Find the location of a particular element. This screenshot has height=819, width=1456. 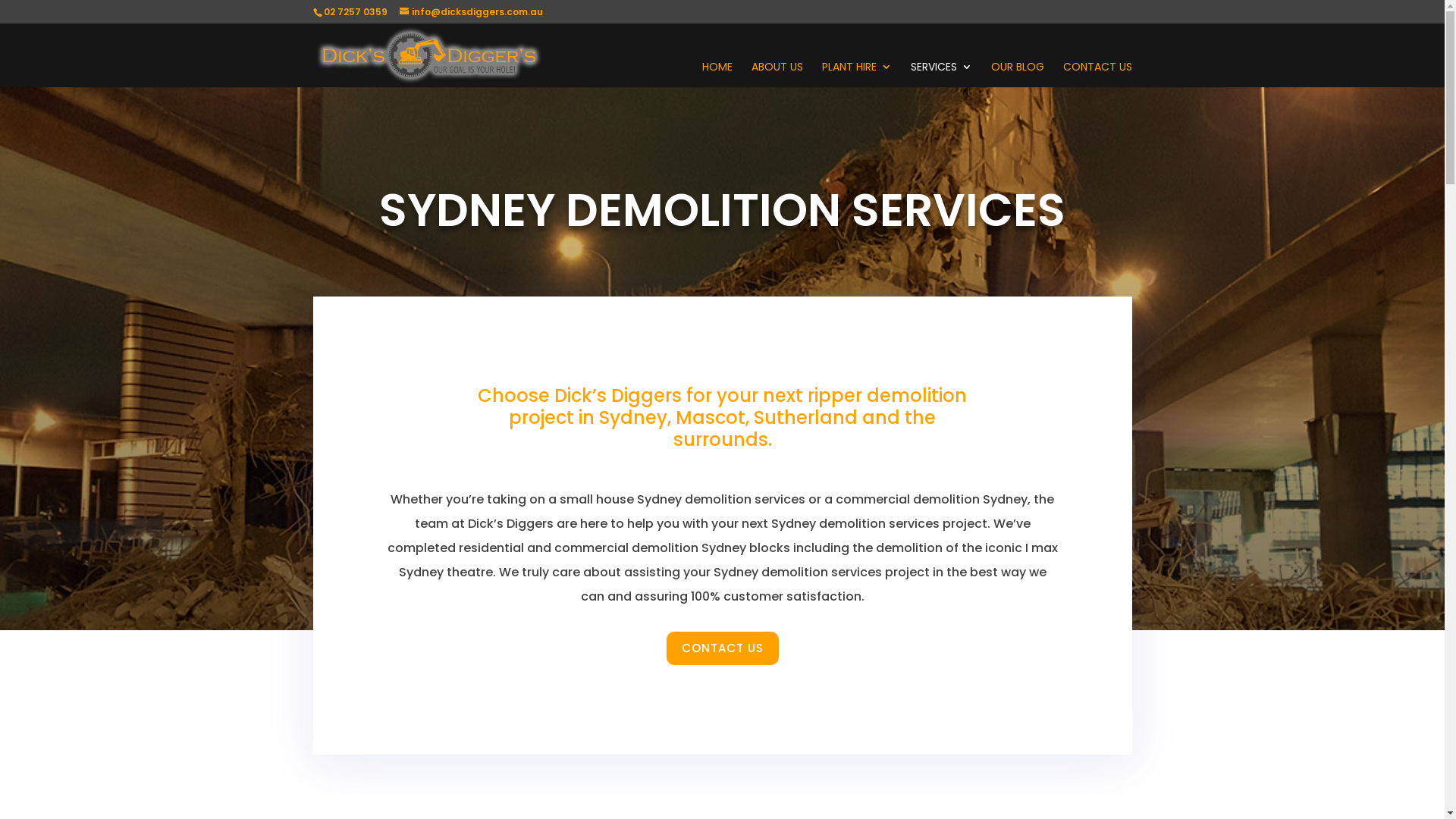

'PLANT HIRE' is located at coordinates (856, 74).